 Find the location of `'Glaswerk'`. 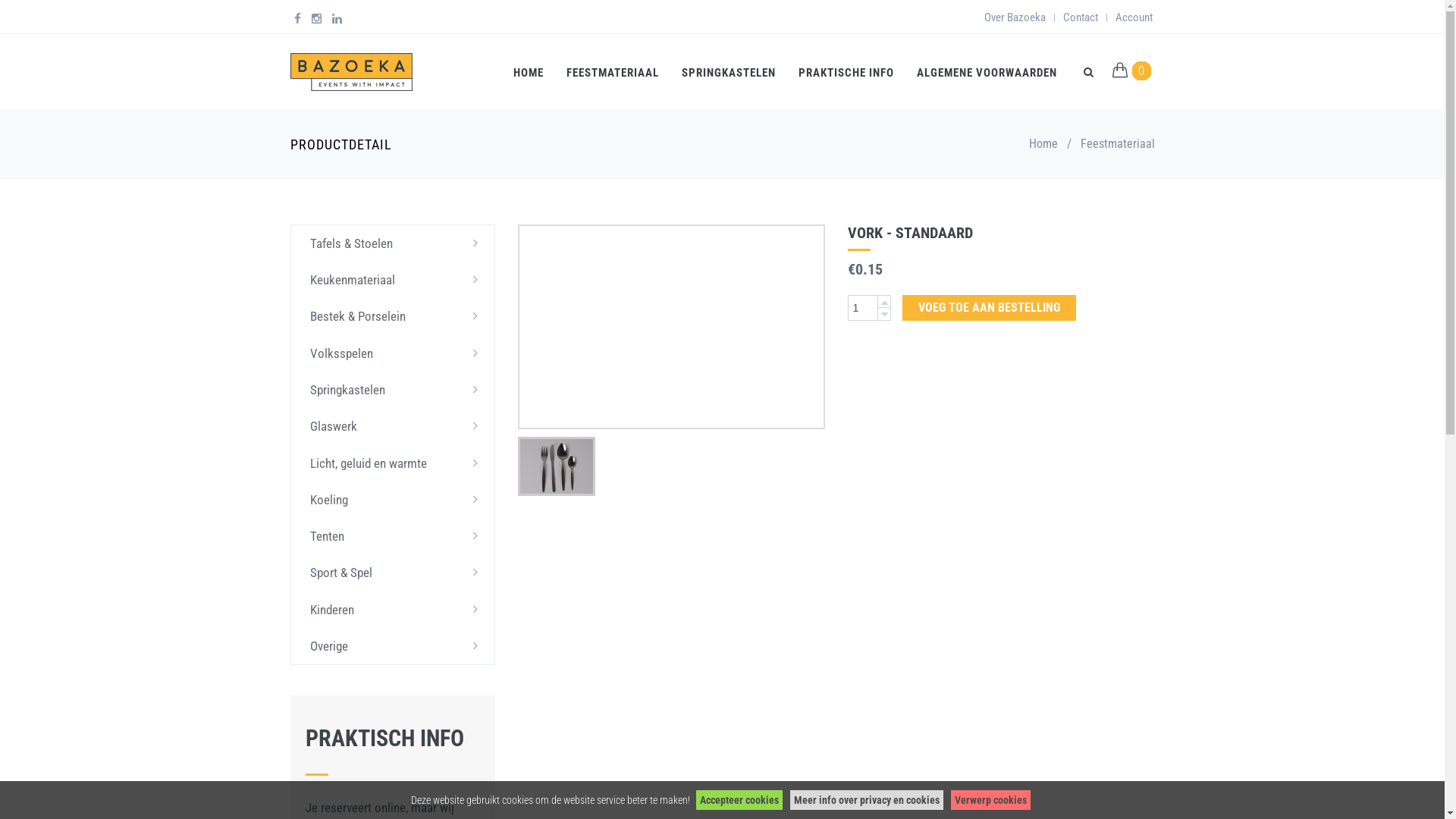

'Glaswerk' is located at coordinates (393, 426).